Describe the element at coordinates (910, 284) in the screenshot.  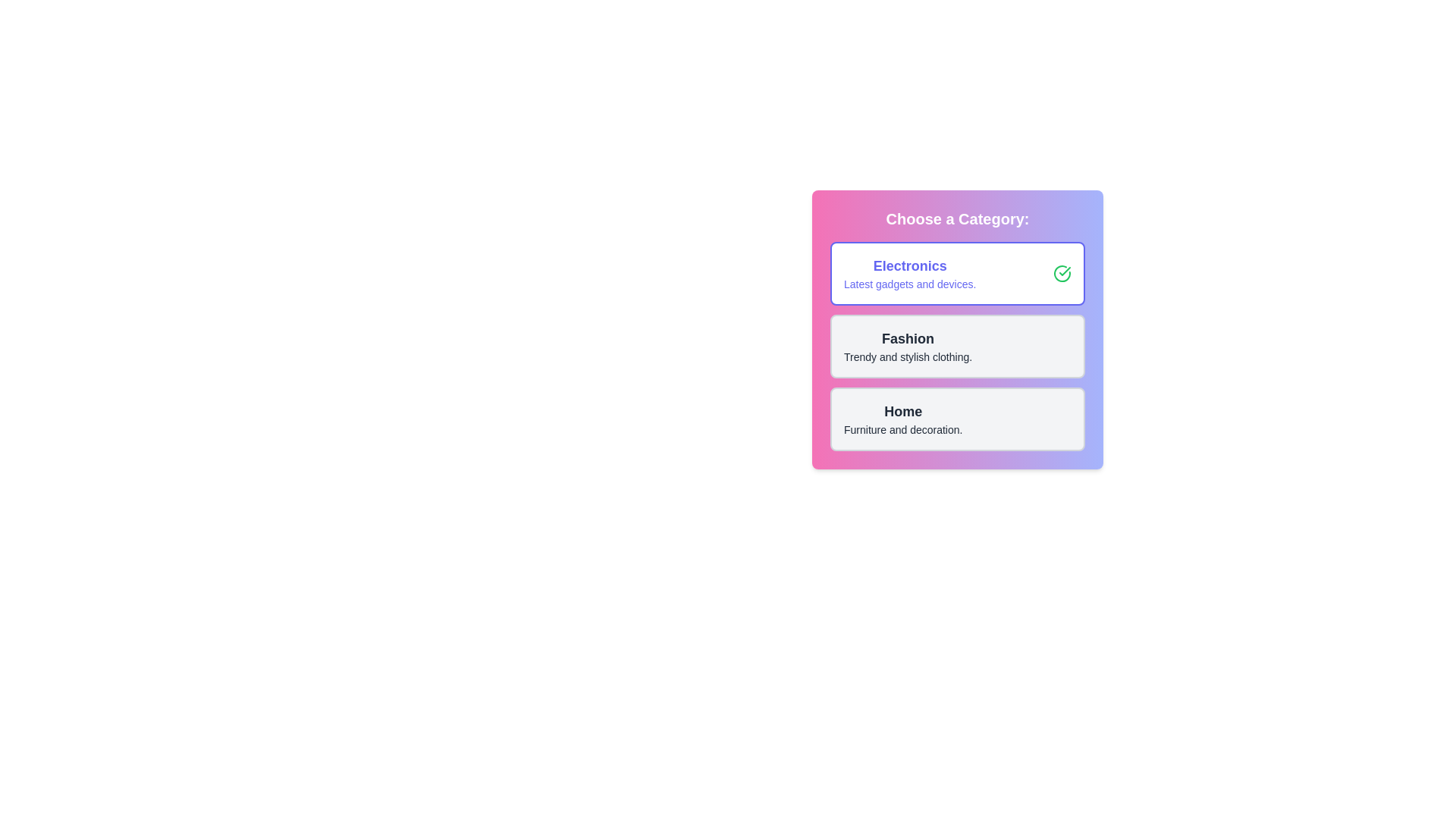
I see `the text label displaying 'Latest gadgets and devices.' located below the 'Electronics' label in the first category section` at that location.